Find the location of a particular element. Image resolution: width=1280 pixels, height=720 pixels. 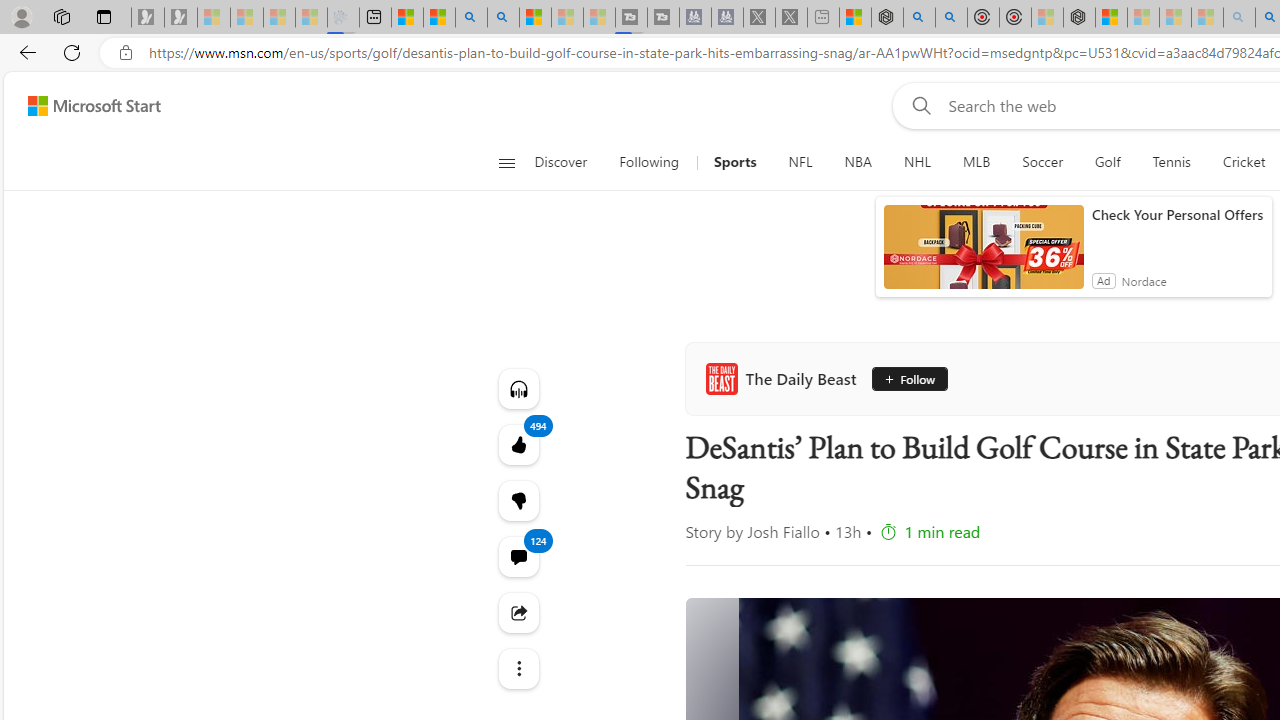

'Class: button-glyph' is located at coordinates (506, 162).